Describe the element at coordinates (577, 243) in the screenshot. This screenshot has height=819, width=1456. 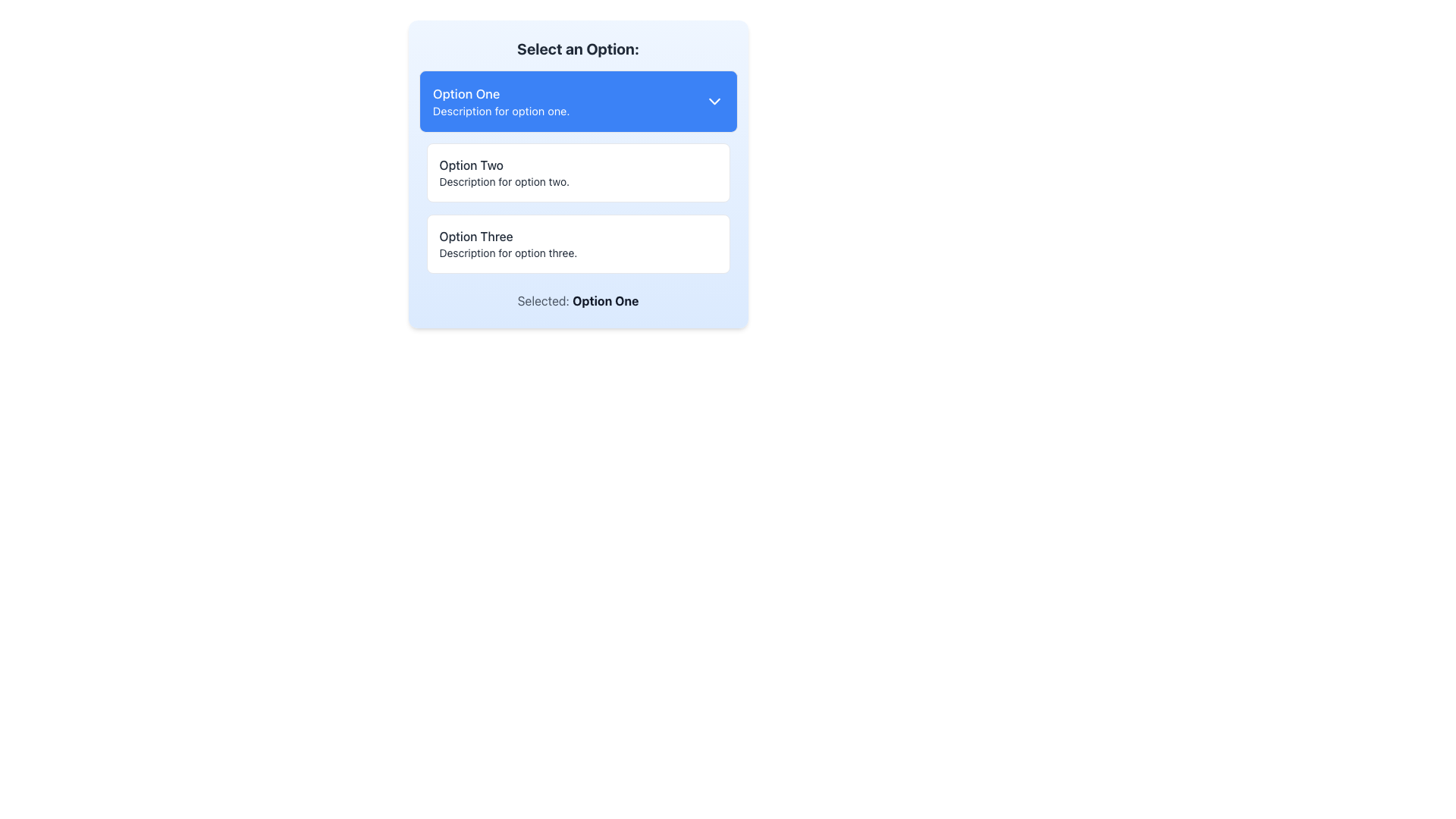
I see `the interactive button representing Option Three` at that location.